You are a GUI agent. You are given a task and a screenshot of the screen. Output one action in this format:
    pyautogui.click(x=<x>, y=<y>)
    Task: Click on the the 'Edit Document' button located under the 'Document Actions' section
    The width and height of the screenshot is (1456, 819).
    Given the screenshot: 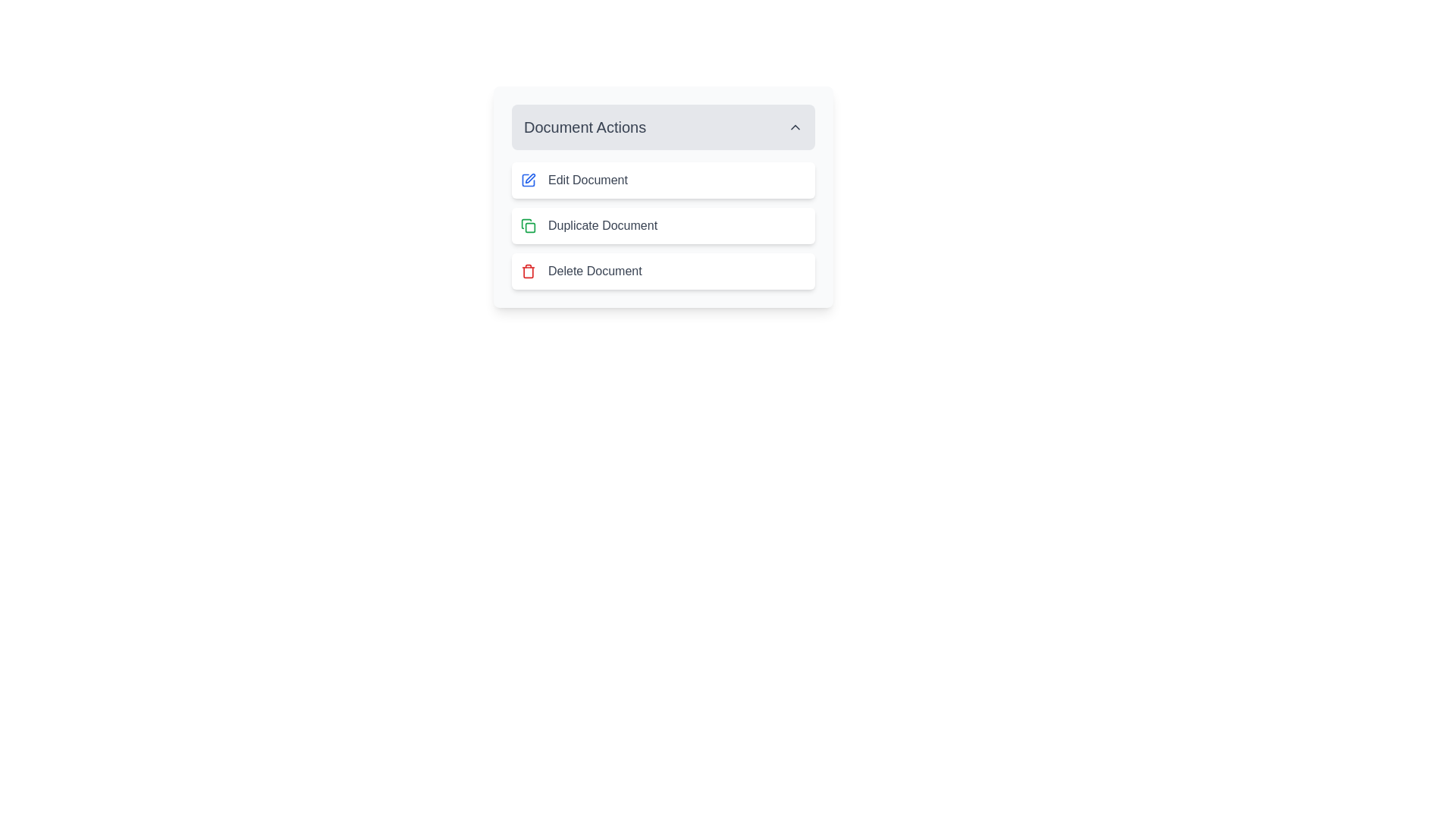 What is the action you would take?
    pyautogui.click(x=663, y=180)
    